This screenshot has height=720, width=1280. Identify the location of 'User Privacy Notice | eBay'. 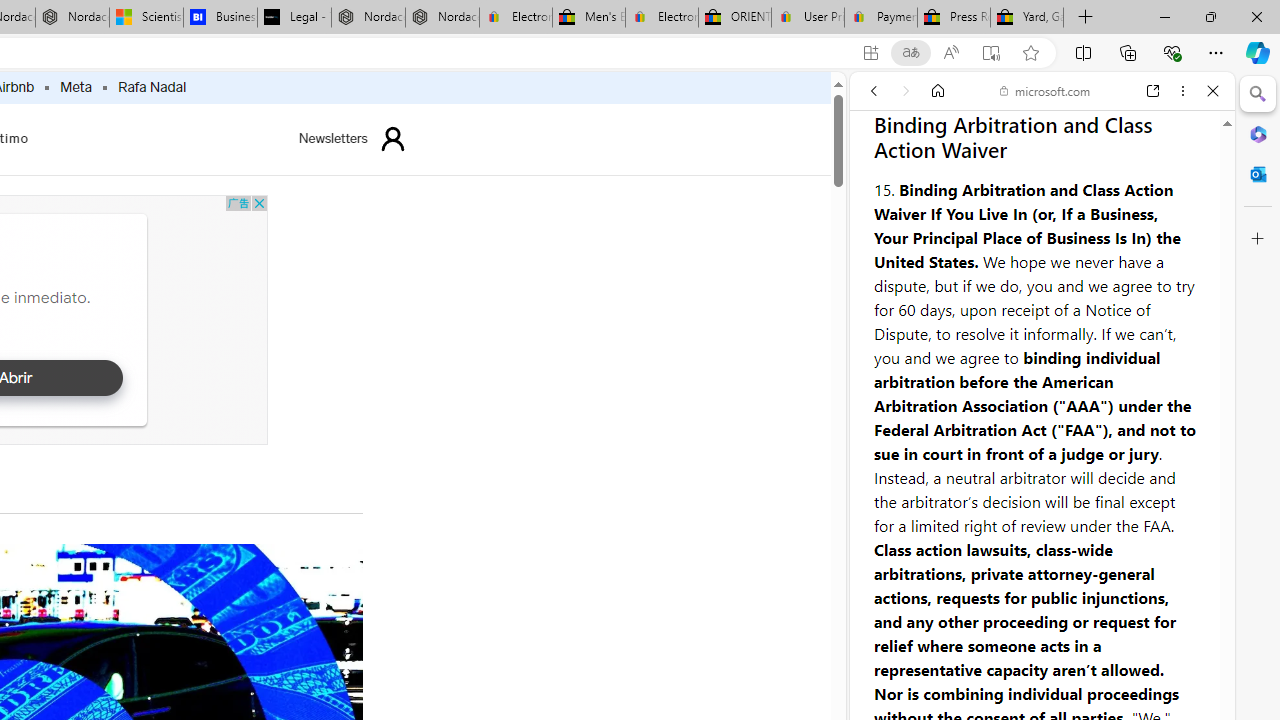
(807, 17).